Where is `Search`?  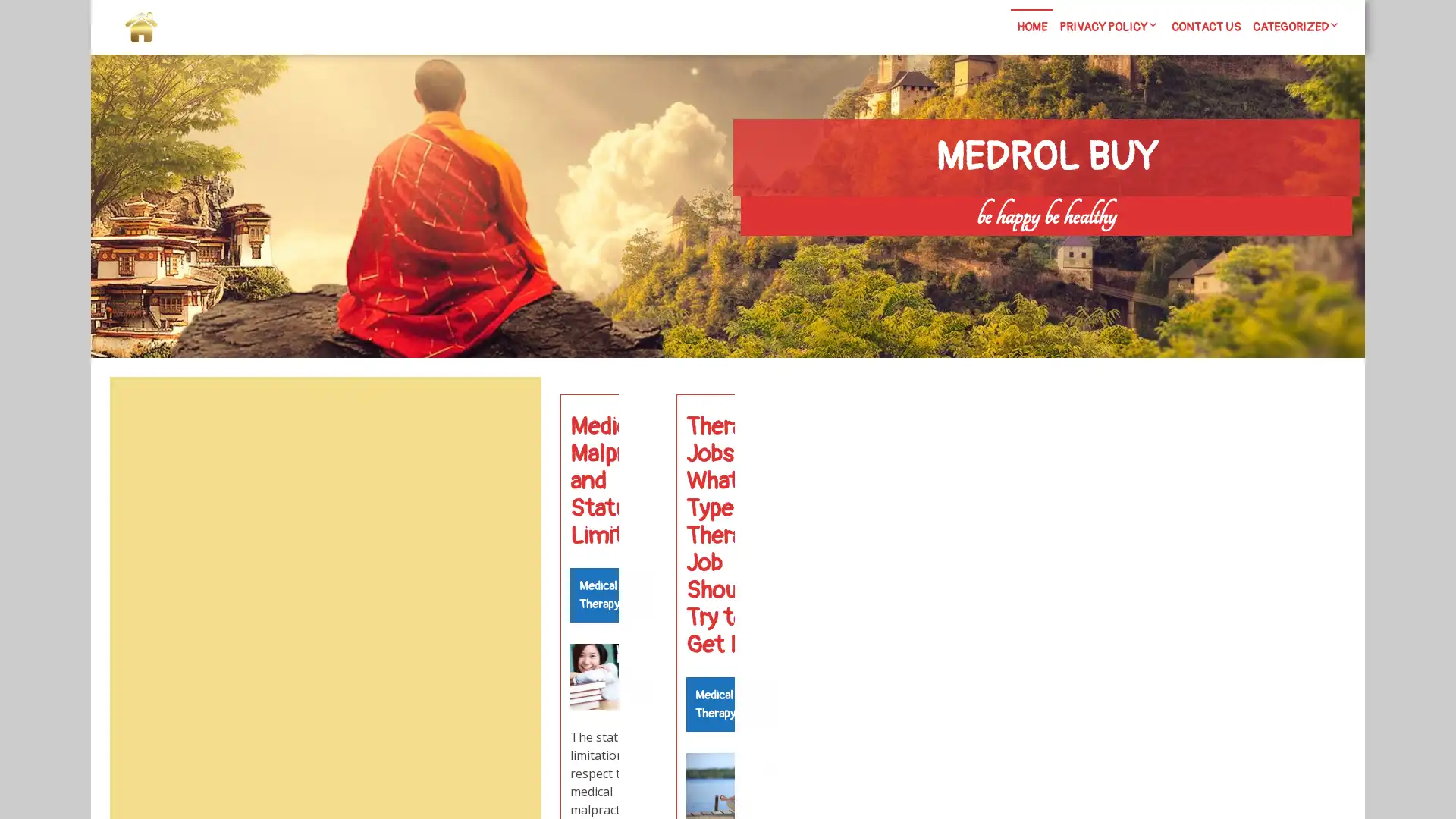
Search is located at coordinates (506, 413).